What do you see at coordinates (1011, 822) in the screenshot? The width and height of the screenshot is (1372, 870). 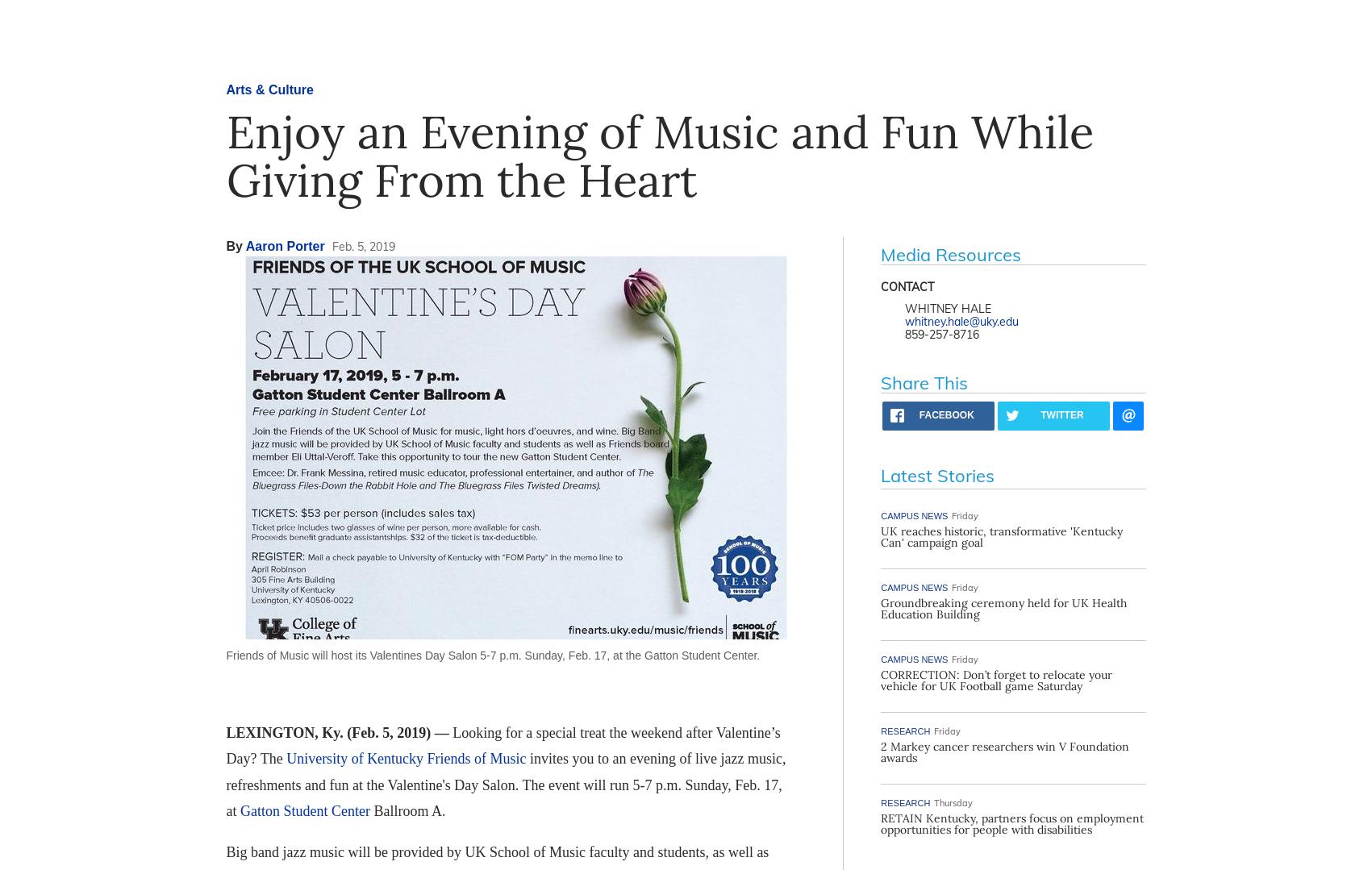 I see `'RETAIN Kentucky, partners focus on employment opportunities for people with disabilities'` at bounding box center [1011, 822].